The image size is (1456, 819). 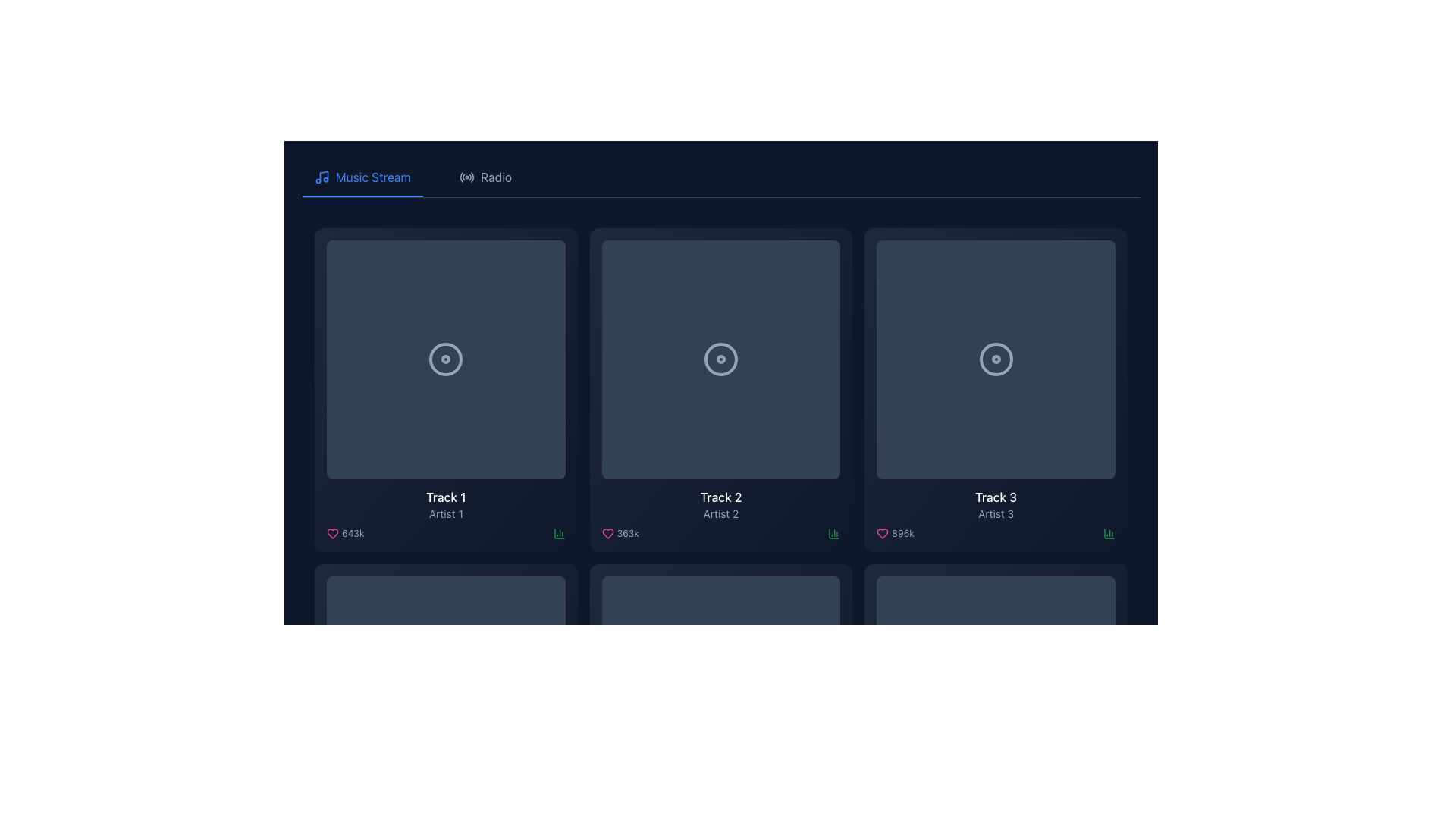 I want to click on the text label displaying '643k', located within the first track card in a grid layout, to the right of a pink heart-shaped icon, so click(x=352, y=532).